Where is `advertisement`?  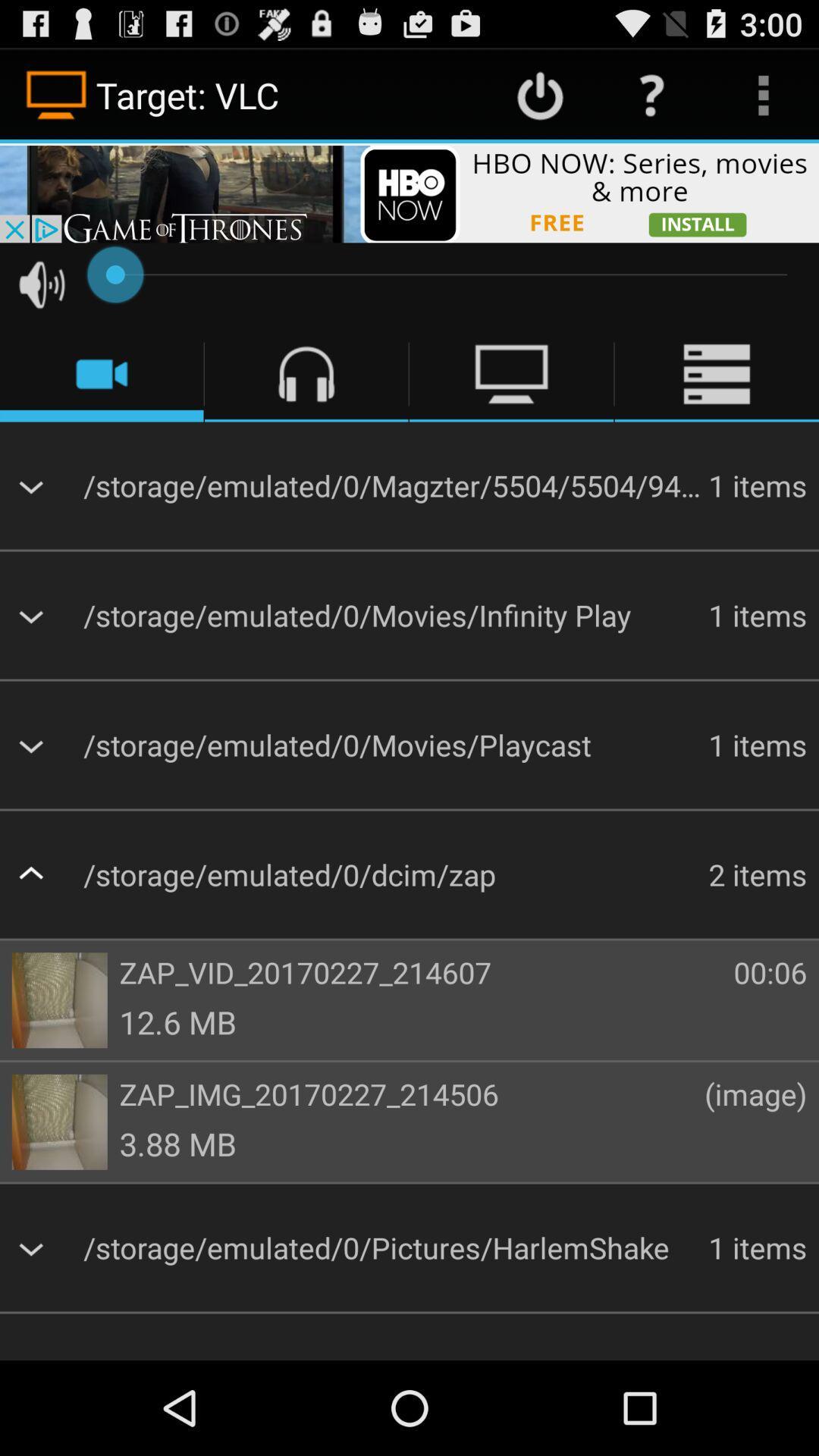 advertisement is located at coordinates (409, 192).